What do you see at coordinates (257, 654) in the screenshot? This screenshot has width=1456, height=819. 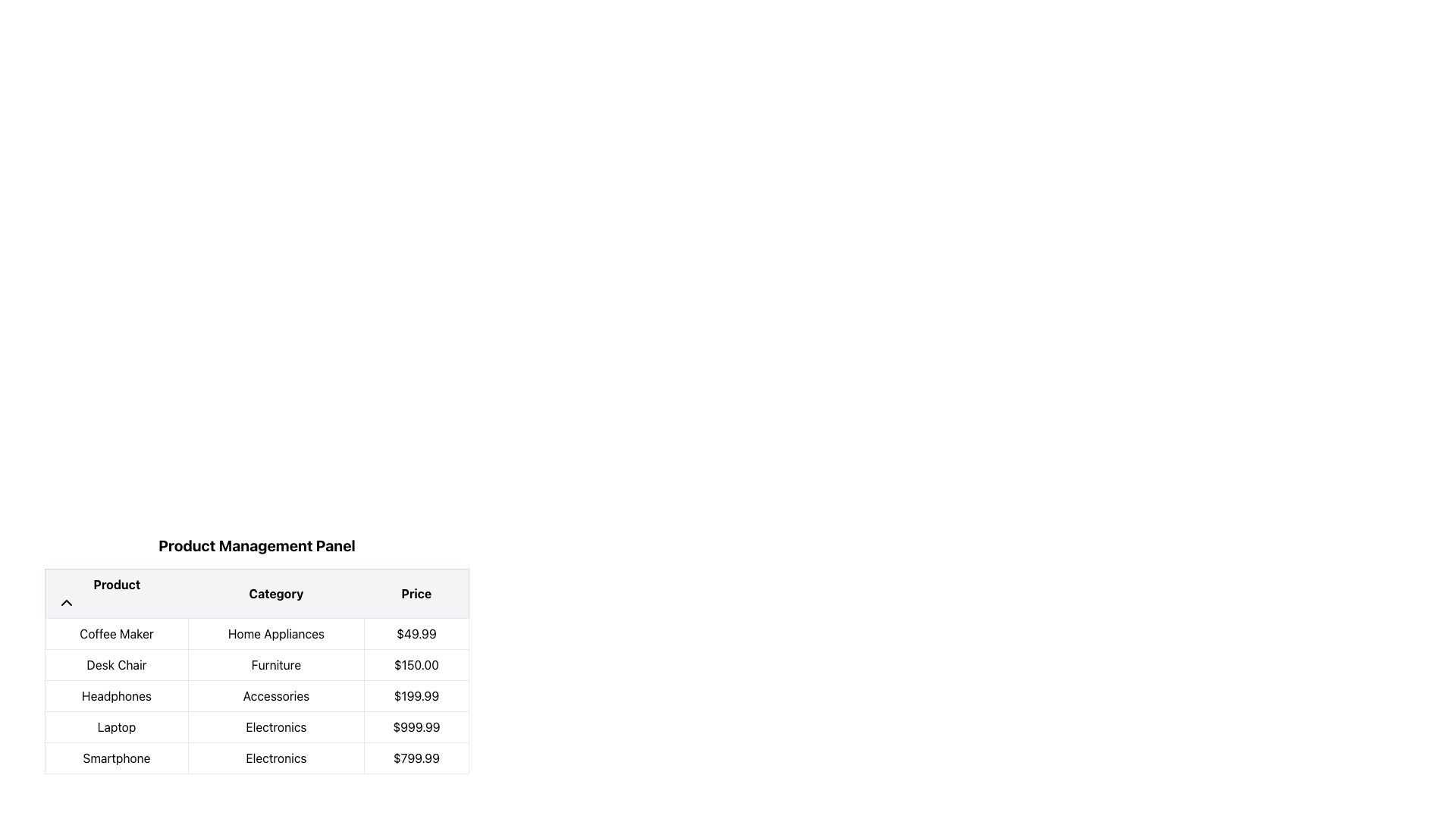 I see `the table cell displaying the category classification for the 'Desk Chair' product in the 'Product Management Panel' section` at bounding box center [257, 654].